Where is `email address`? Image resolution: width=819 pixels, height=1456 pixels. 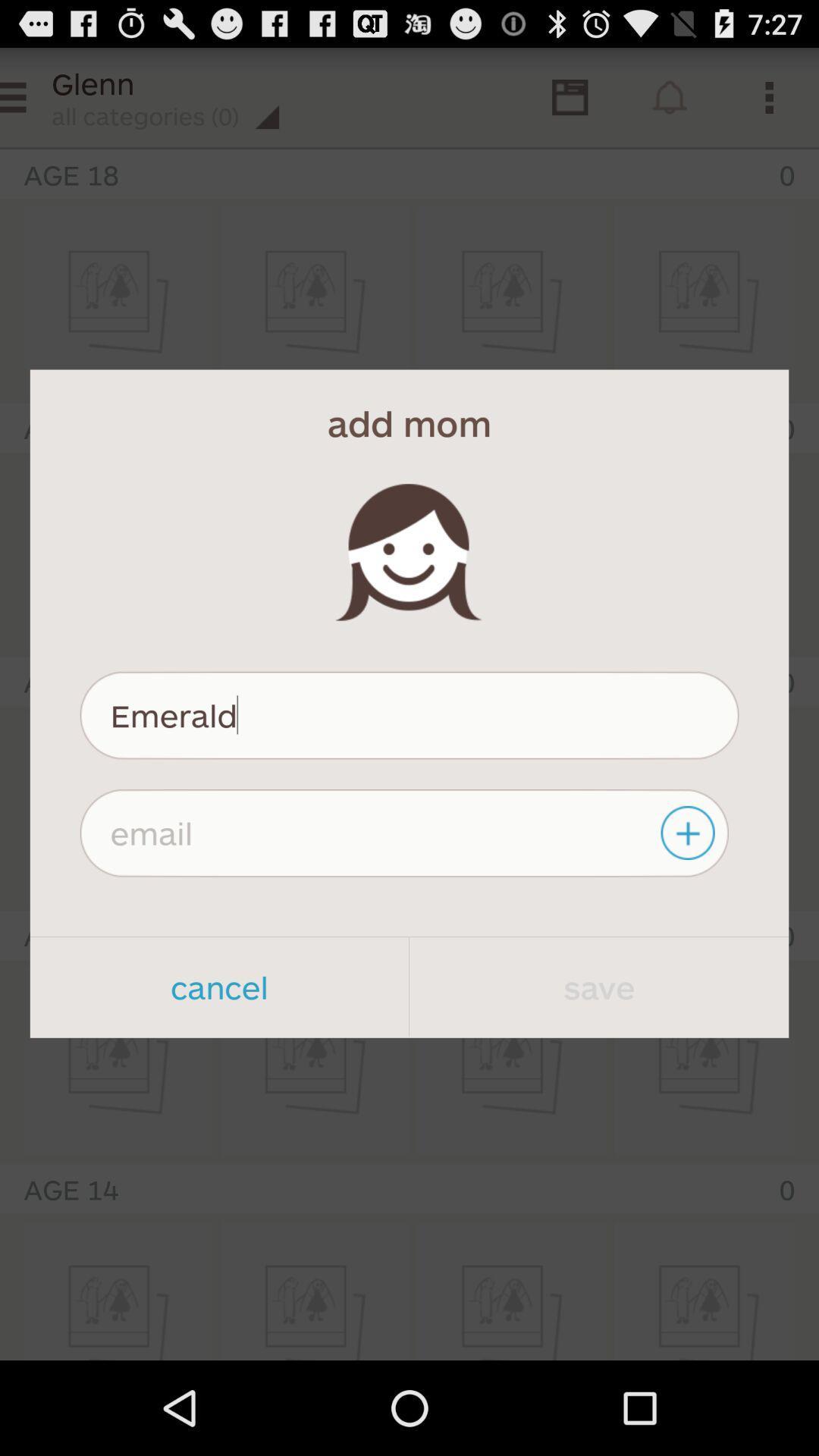
email address is located at coordinates (689, 832).